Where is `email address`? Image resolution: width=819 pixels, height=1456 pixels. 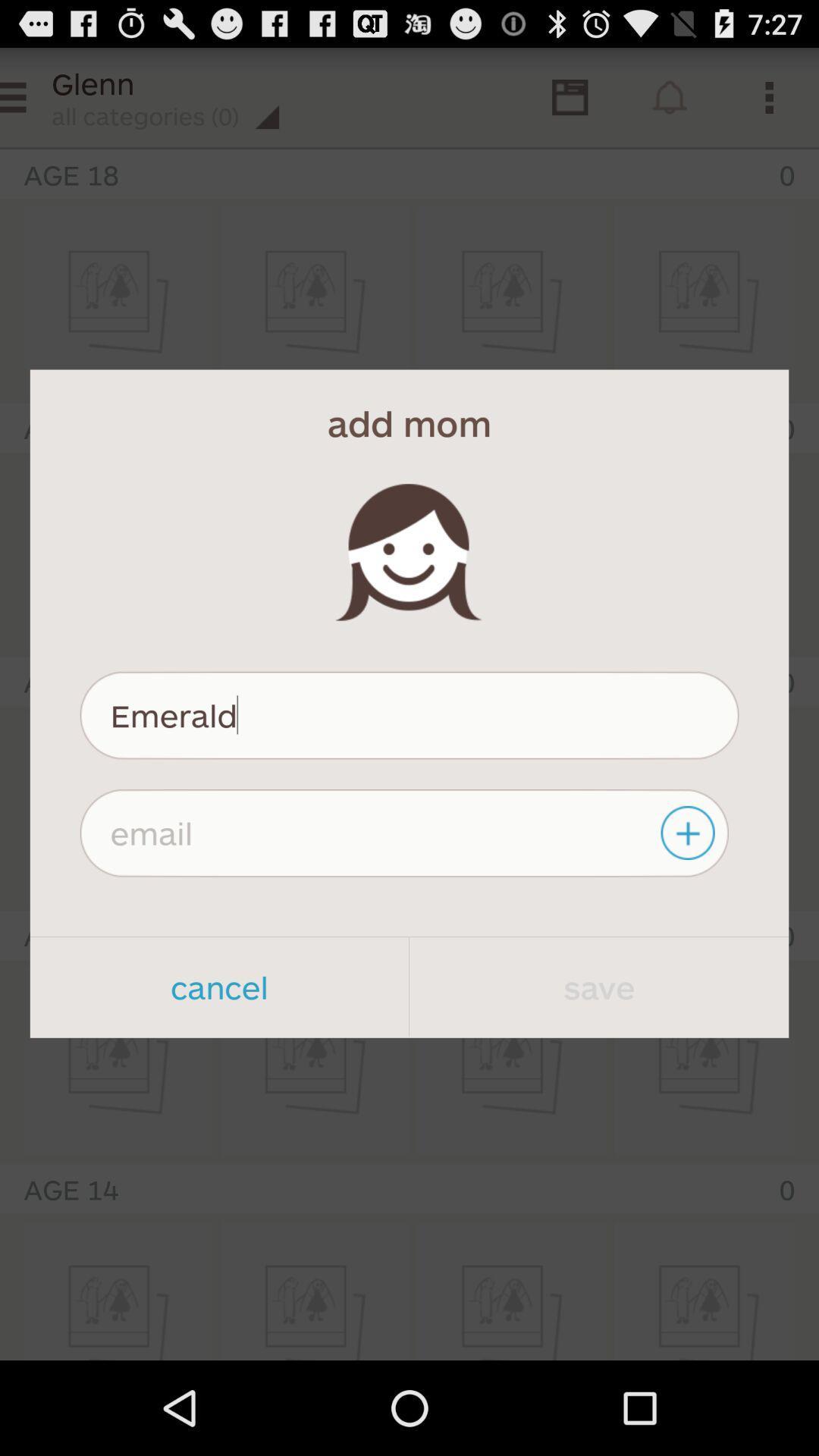
email address is located at coordinates (689, 832).